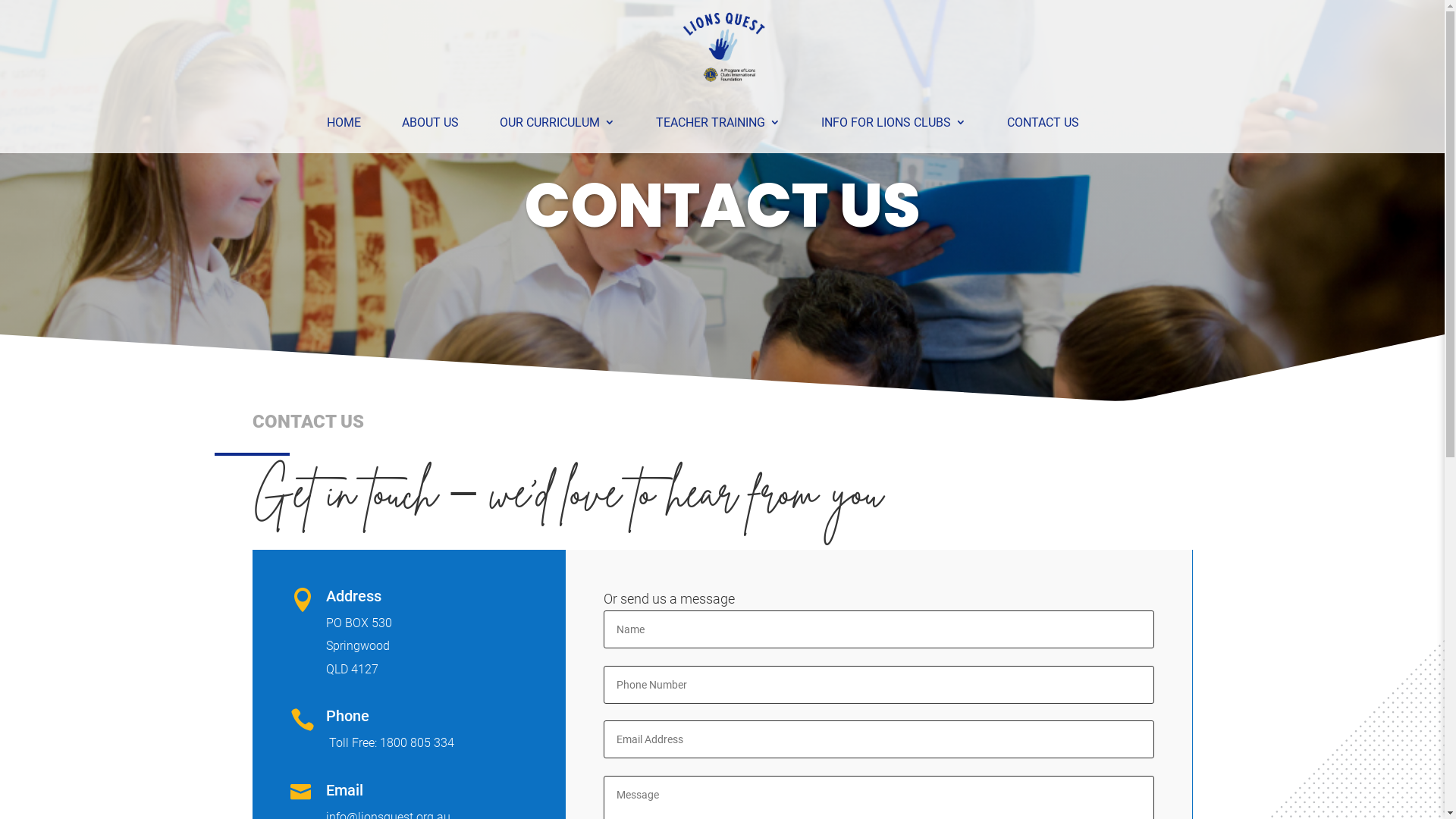 The height and width of the screenshot is (819, 1456). What do you see at coordinates (556, 122) in the screenshot?
I see `'OUR CURRICULUM'` at bounding box center [556, 122].